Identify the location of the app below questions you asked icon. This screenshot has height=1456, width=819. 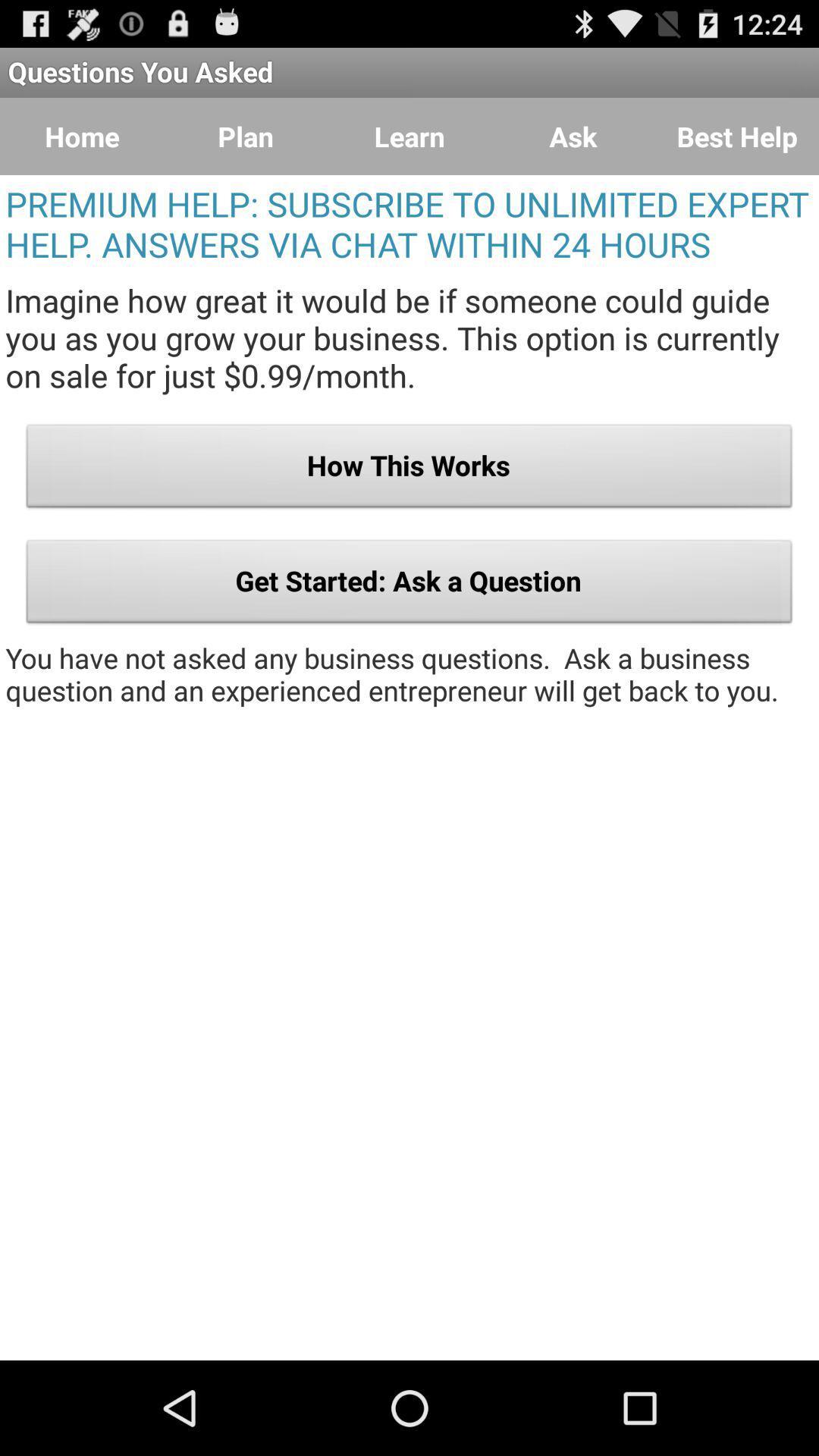
(409, 136).